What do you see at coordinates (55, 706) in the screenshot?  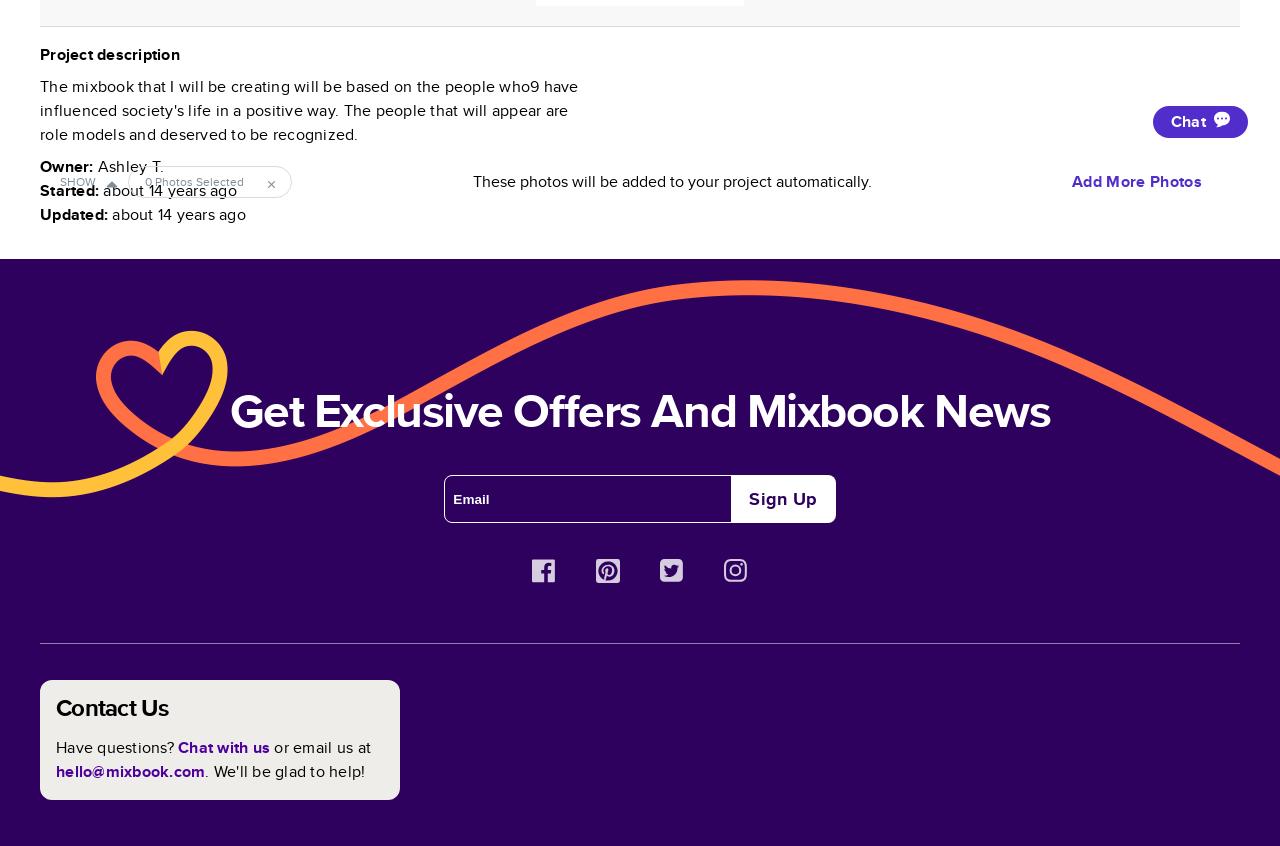 I see `'Contact Us'` at bounding box center [55, 706].